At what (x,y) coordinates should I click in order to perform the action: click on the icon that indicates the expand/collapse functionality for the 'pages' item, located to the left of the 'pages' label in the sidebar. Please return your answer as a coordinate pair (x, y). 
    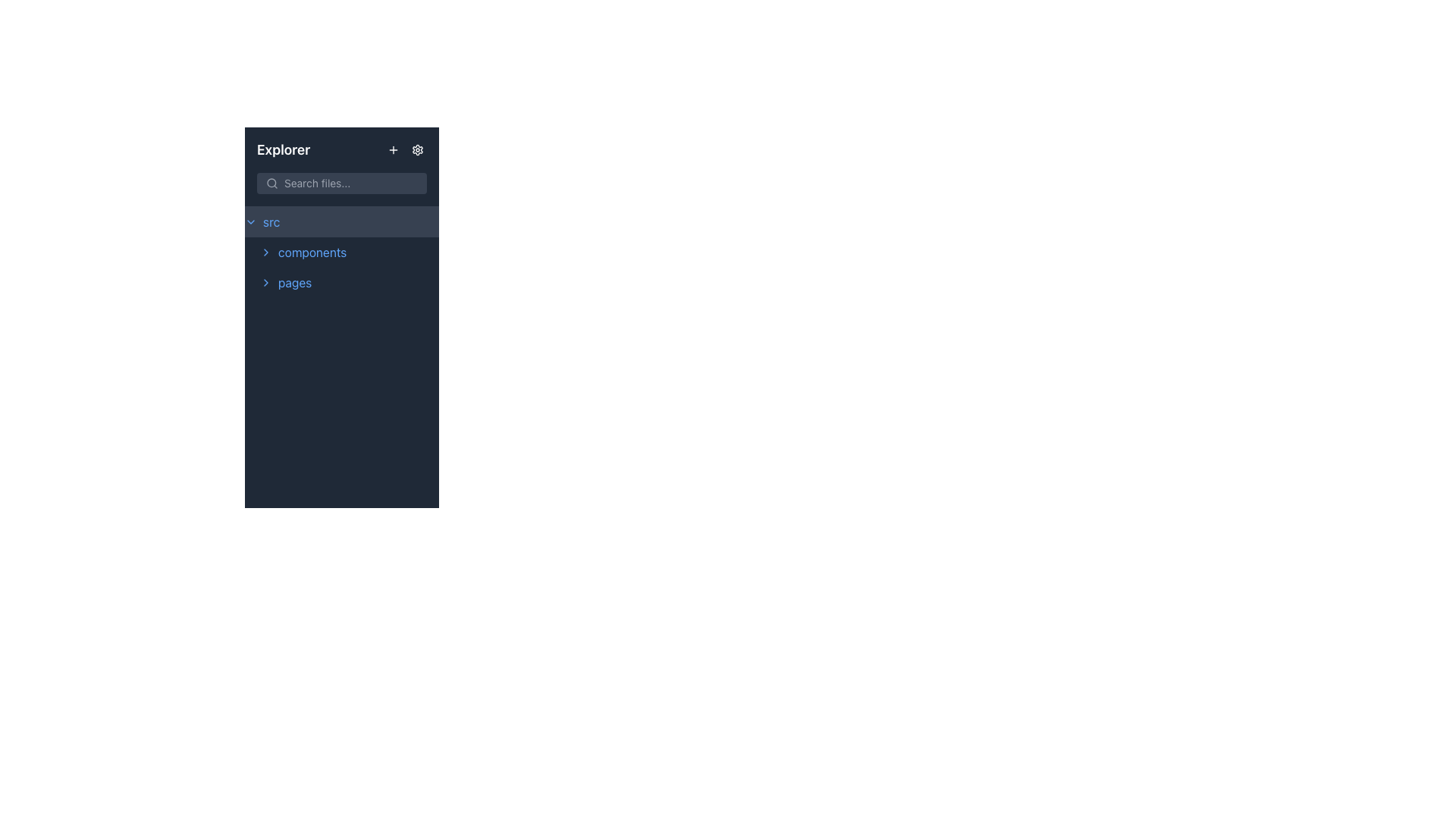
    Looking at the image, I should click on (265, 283).